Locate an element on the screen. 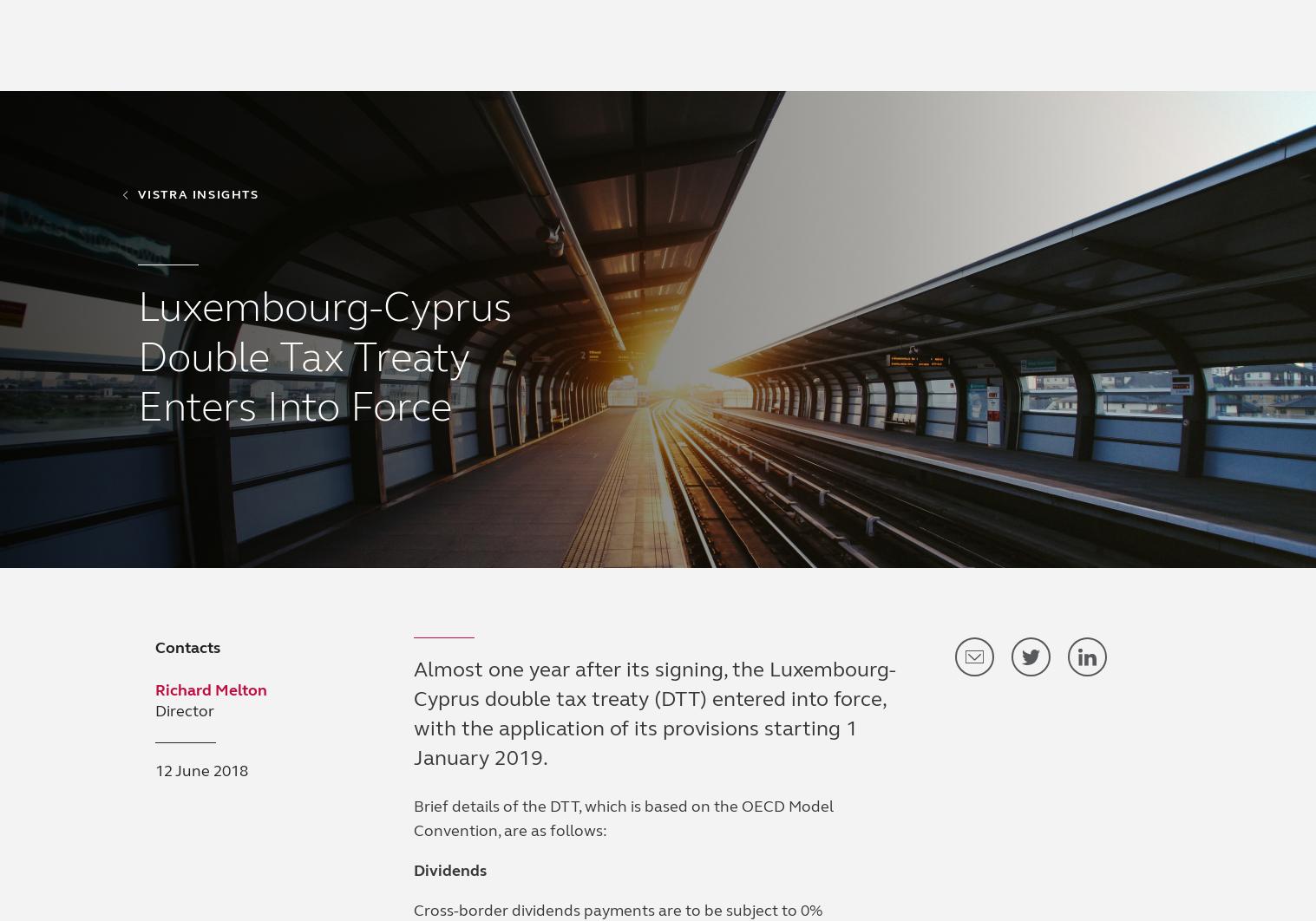 The image size is (1316, 921). '11 Oct 2023' is located at coordinates (1270, 595).